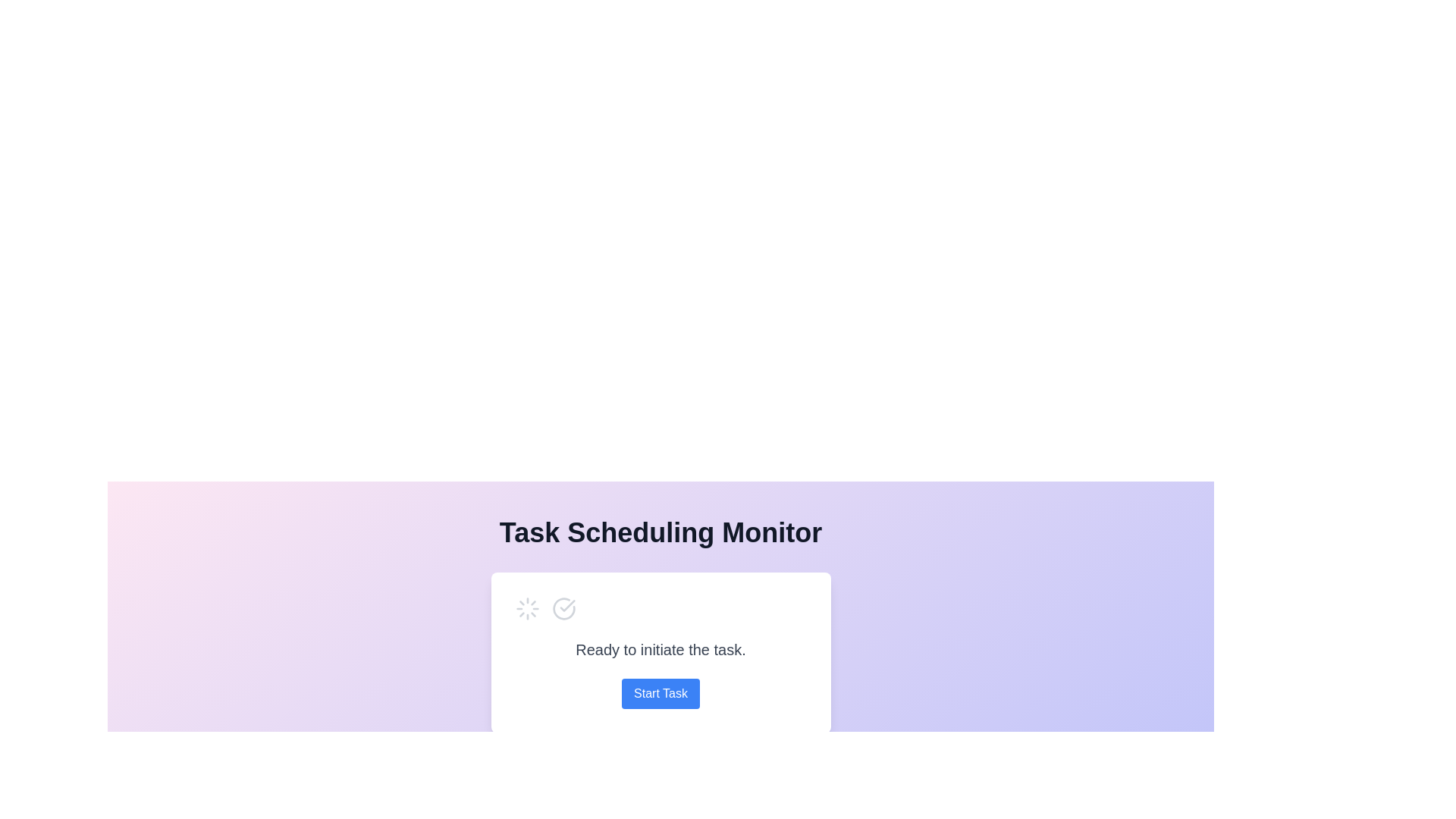 Image resolution: width=1456 pixels, height=819 pixels. Describe the element at coordinates (661, 693) in the screenshot. I see `the rectangular 'Start Task' button with rounded corners and a blue background to observe the hover effect` at that location.